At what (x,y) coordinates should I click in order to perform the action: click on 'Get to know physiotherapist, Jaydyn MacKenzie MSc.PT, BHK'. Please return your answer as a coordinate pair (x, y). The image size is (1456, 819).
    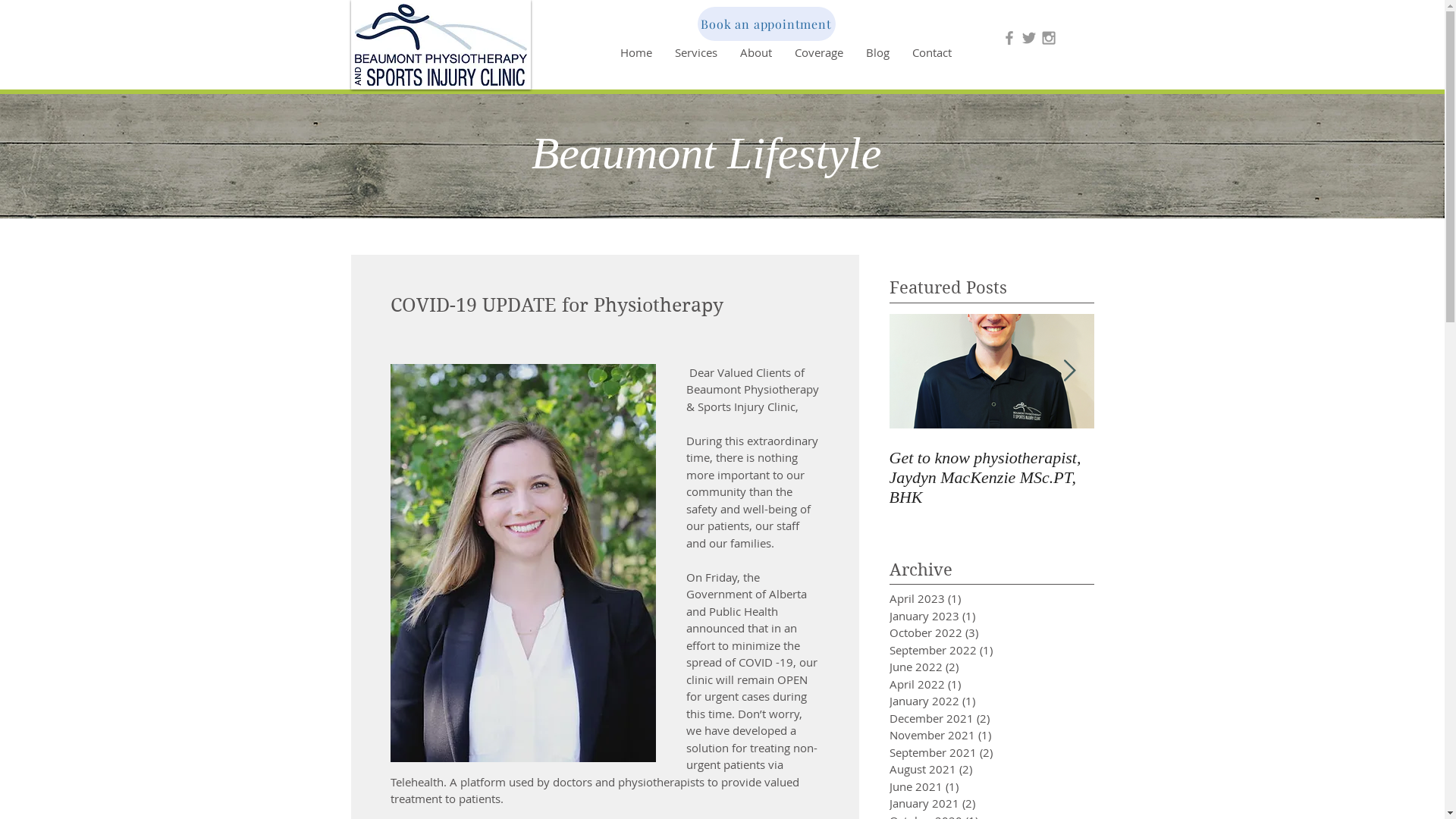
    Looking at the image, I should click on (990, 476).